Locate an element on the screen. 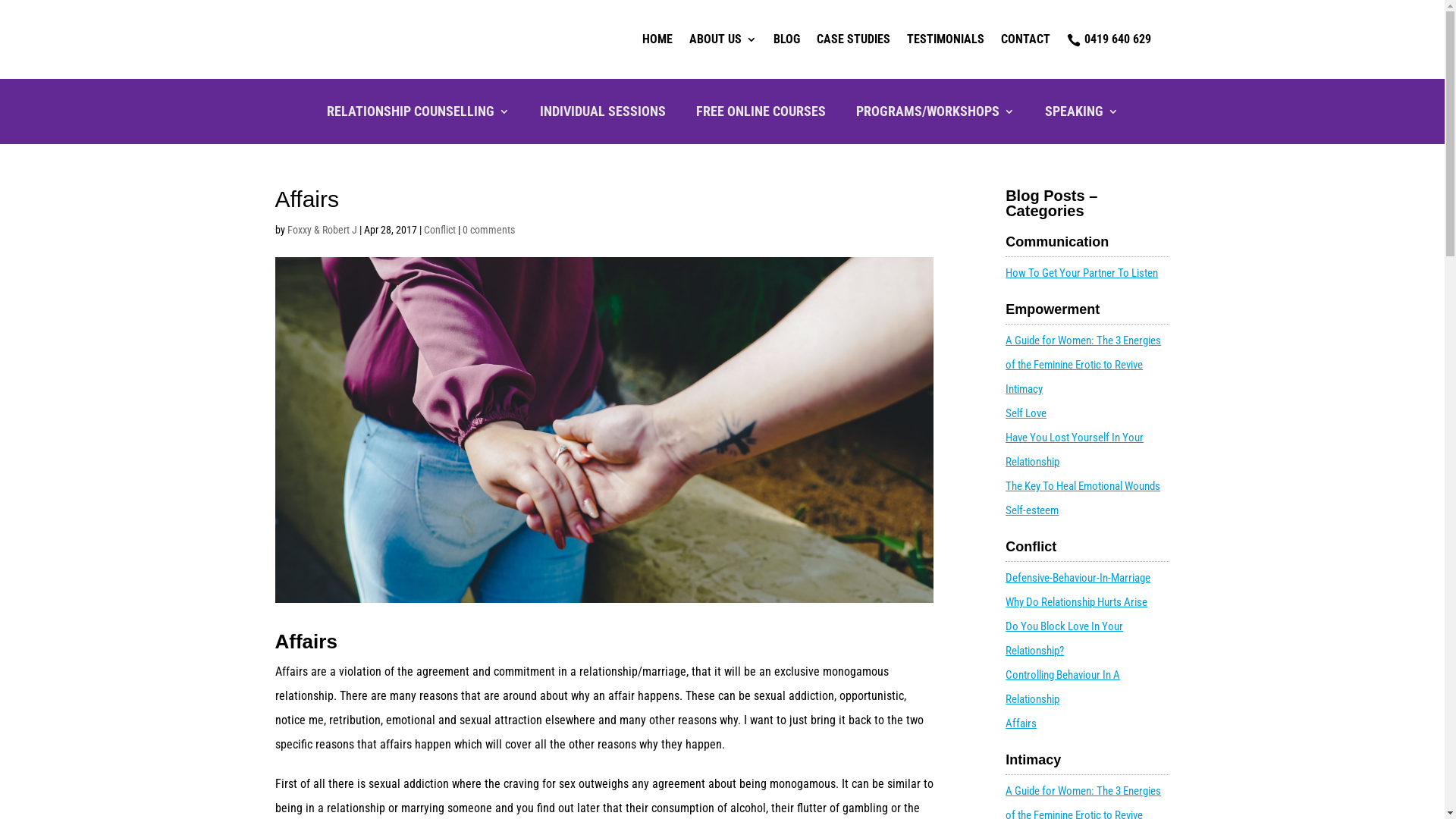 Image resolution: width=1456 pixels, height=819 pixels. 'BLOG' is located at coordinates (773, 38).